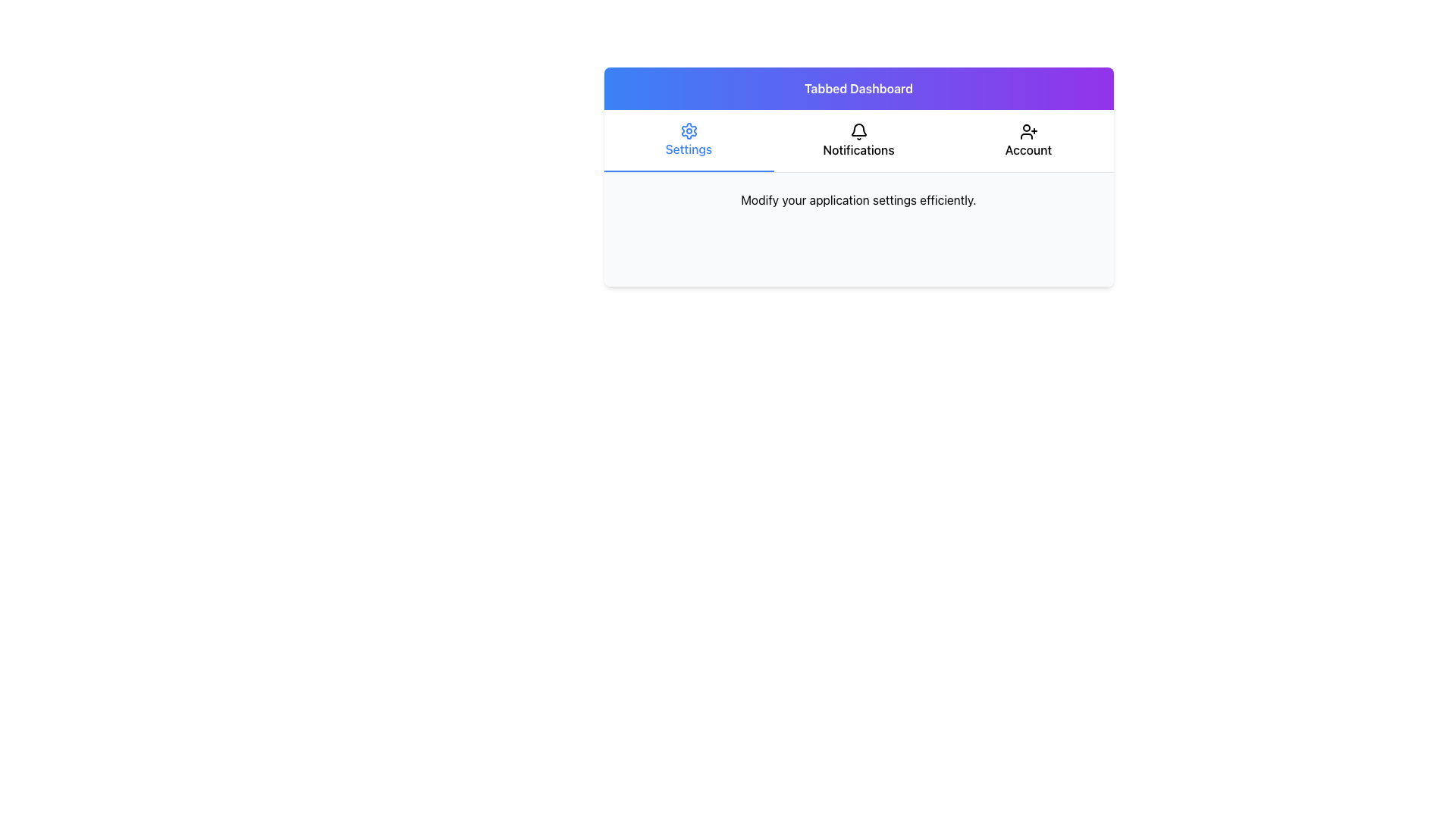 This screenshot has width=1456, height=819. What do you see at coordinates (688, 130) in the screenshot?
I see `the gear-shaped icon representing the 'Settings' option in the tabbed navigation bar, located directly above the word 'Settings'` at bounding box center [688, 130].